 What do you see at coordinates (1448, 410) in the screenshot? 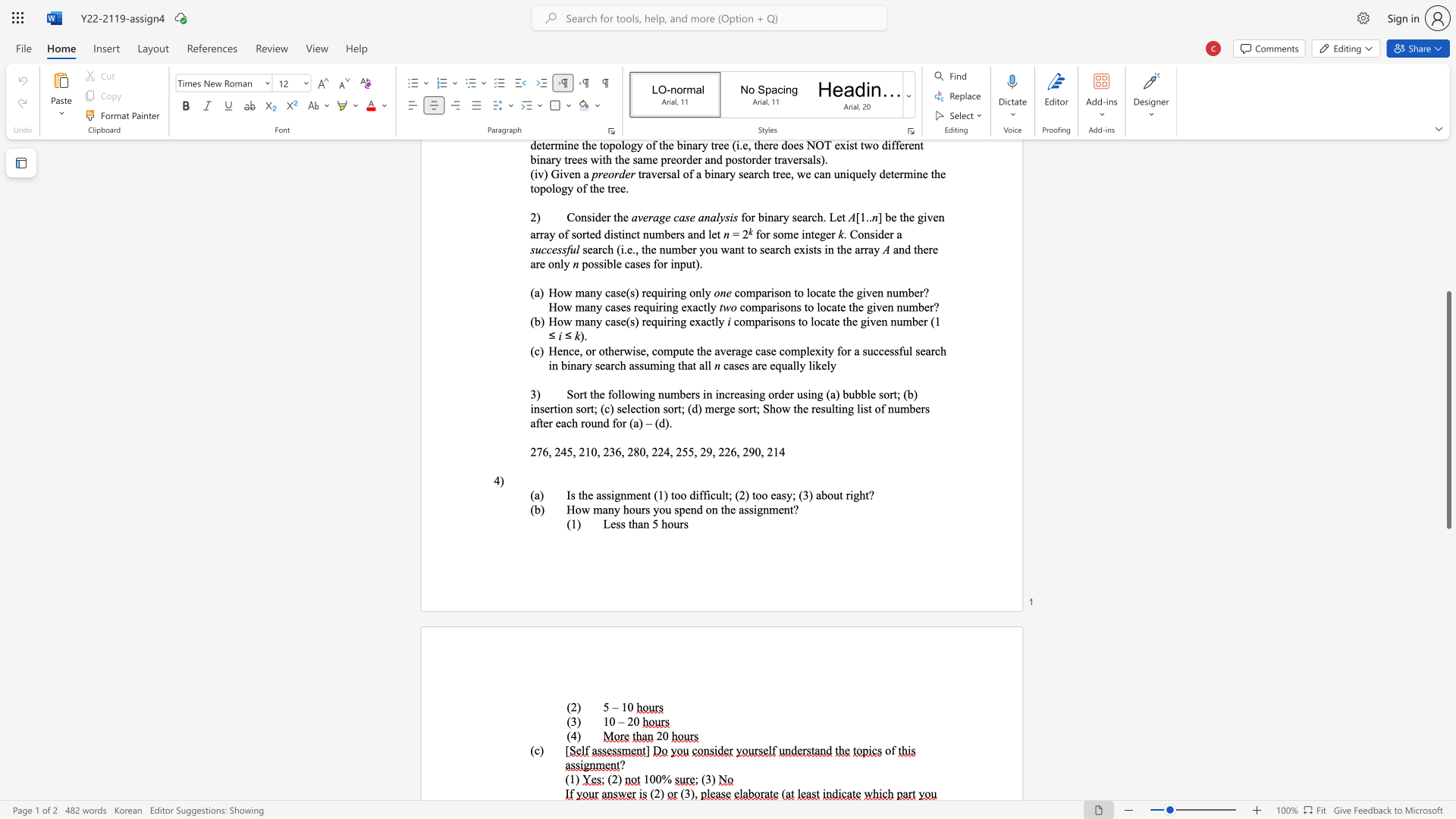
I see `the scrollbar and move down 890 pixels` at bounding box center [1448, 410].